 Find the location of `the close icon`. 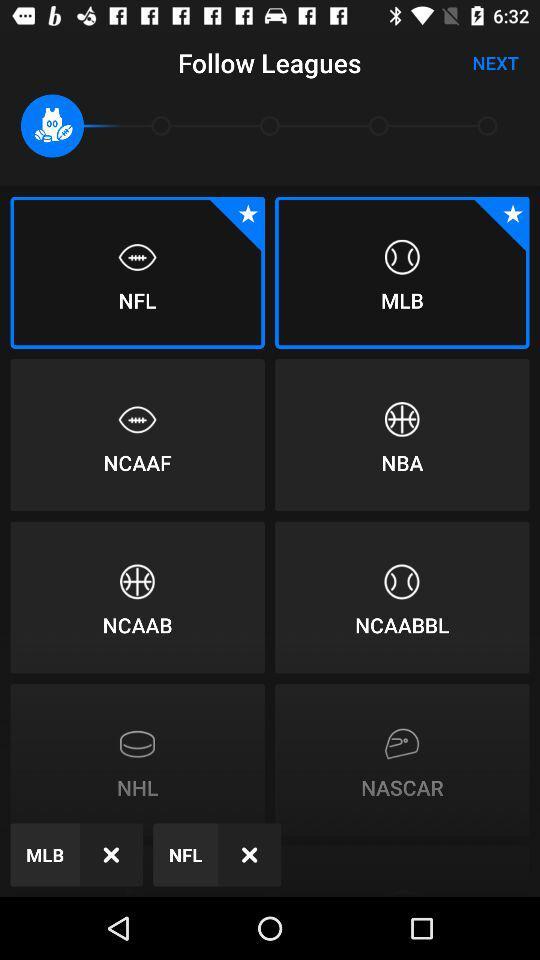

the close icon is located at coordinates (111, 853).